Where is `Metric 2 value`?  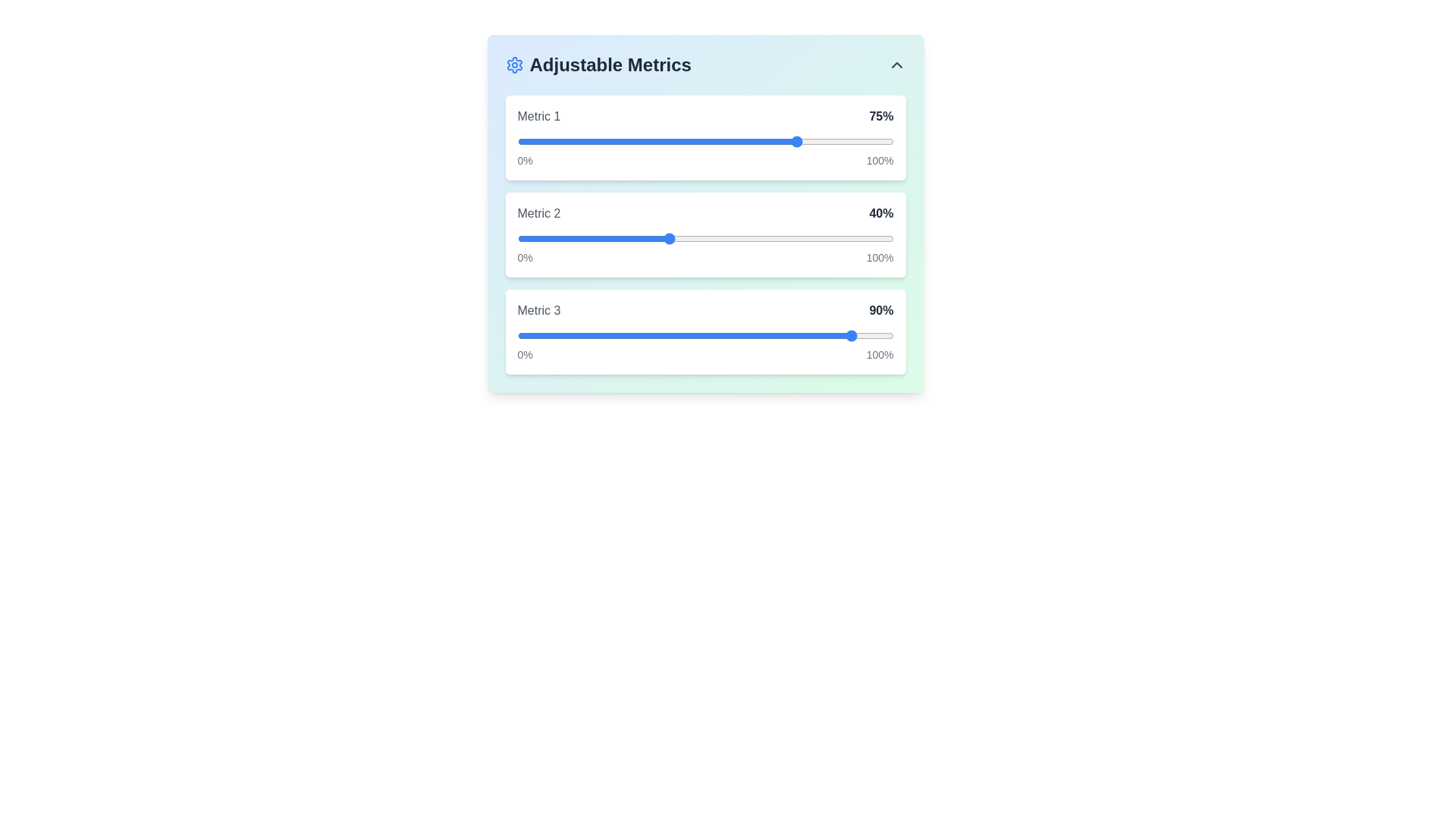 Metric 2 value is located at coordinates (664, 239).